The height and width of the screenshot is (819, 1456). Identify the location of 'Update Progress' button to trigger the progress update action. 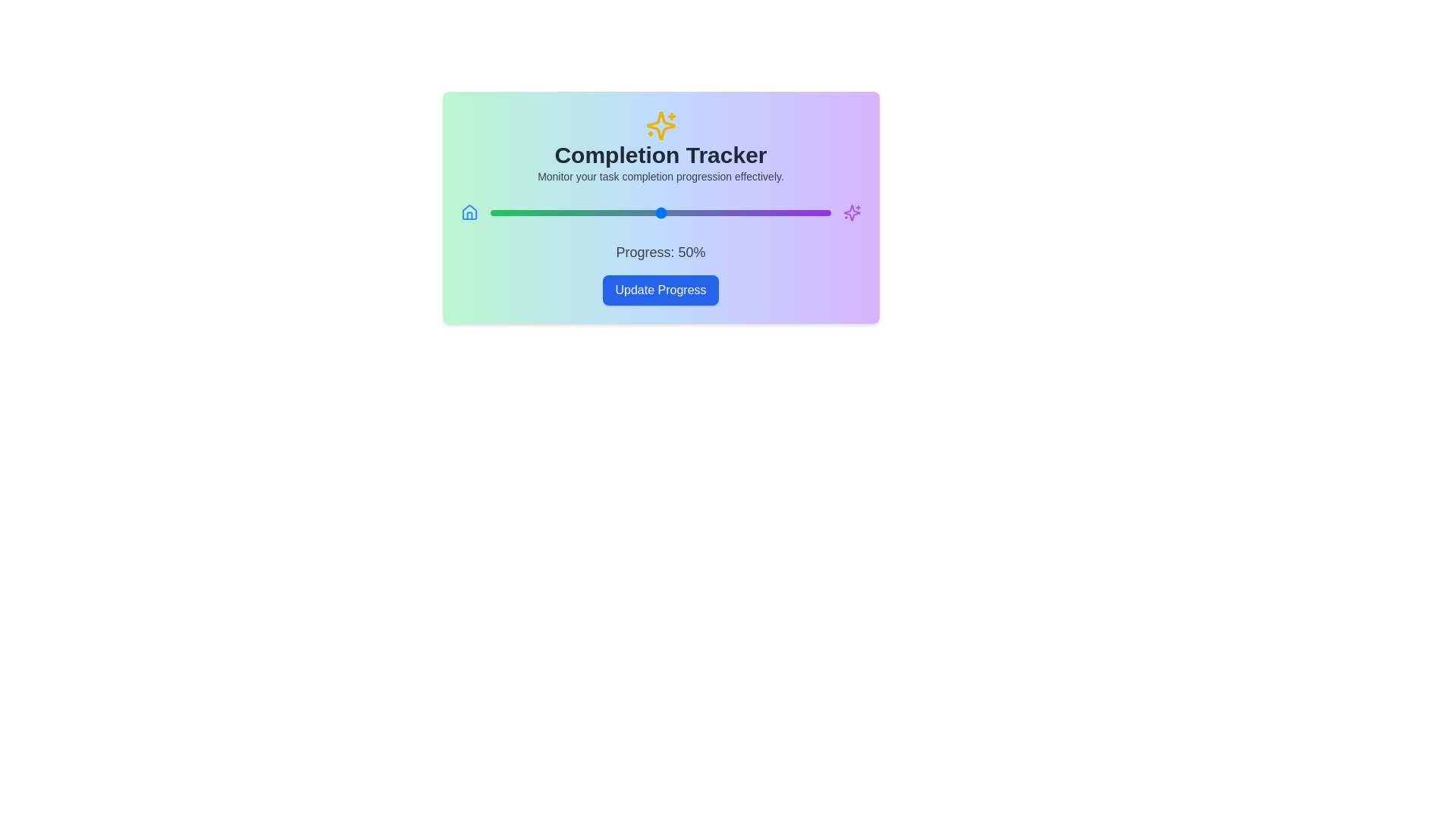
(661, 290).